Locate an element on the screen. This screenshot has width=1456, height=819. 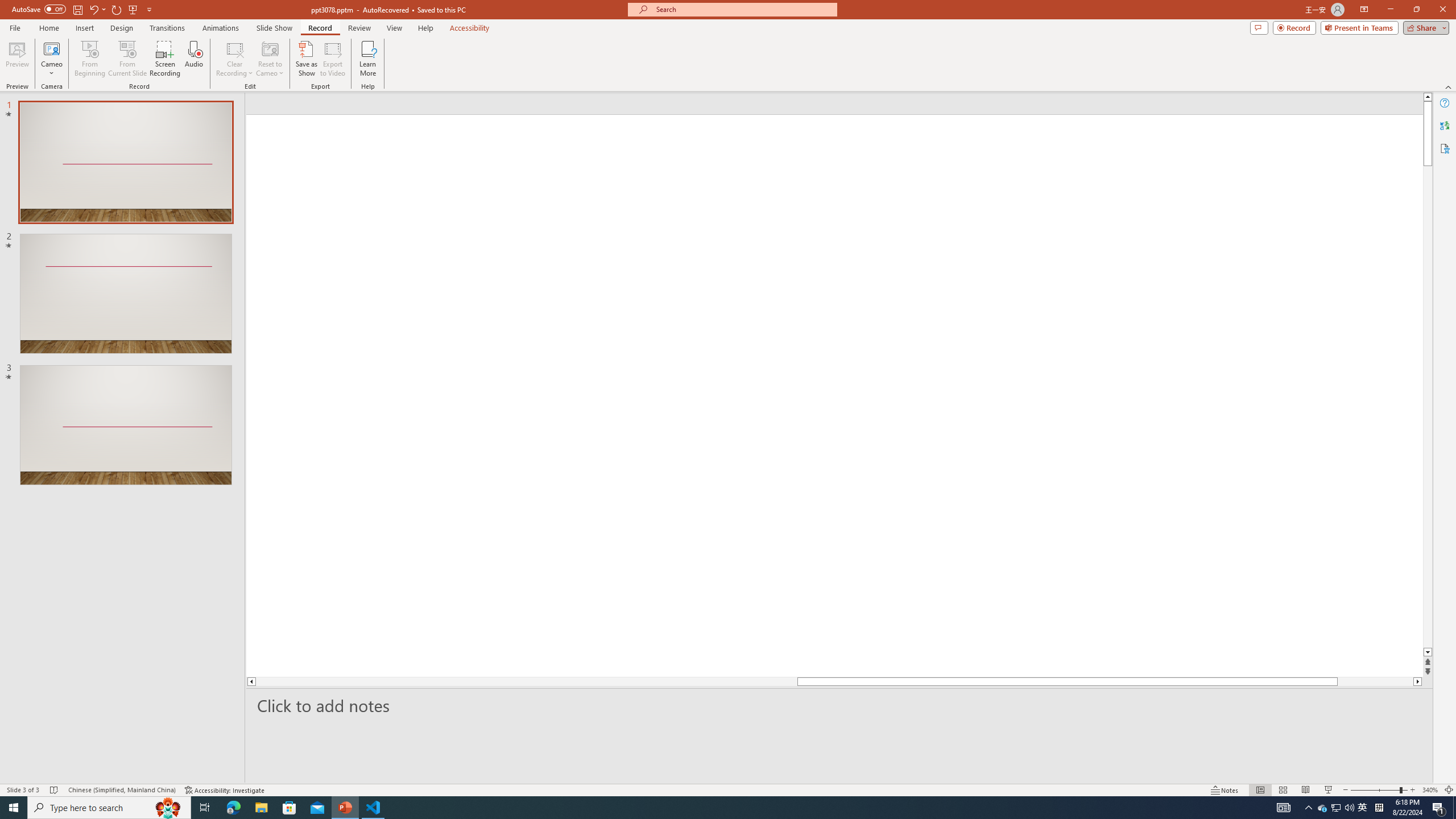
'Screen Recording' is located at coordinates (164, 59).